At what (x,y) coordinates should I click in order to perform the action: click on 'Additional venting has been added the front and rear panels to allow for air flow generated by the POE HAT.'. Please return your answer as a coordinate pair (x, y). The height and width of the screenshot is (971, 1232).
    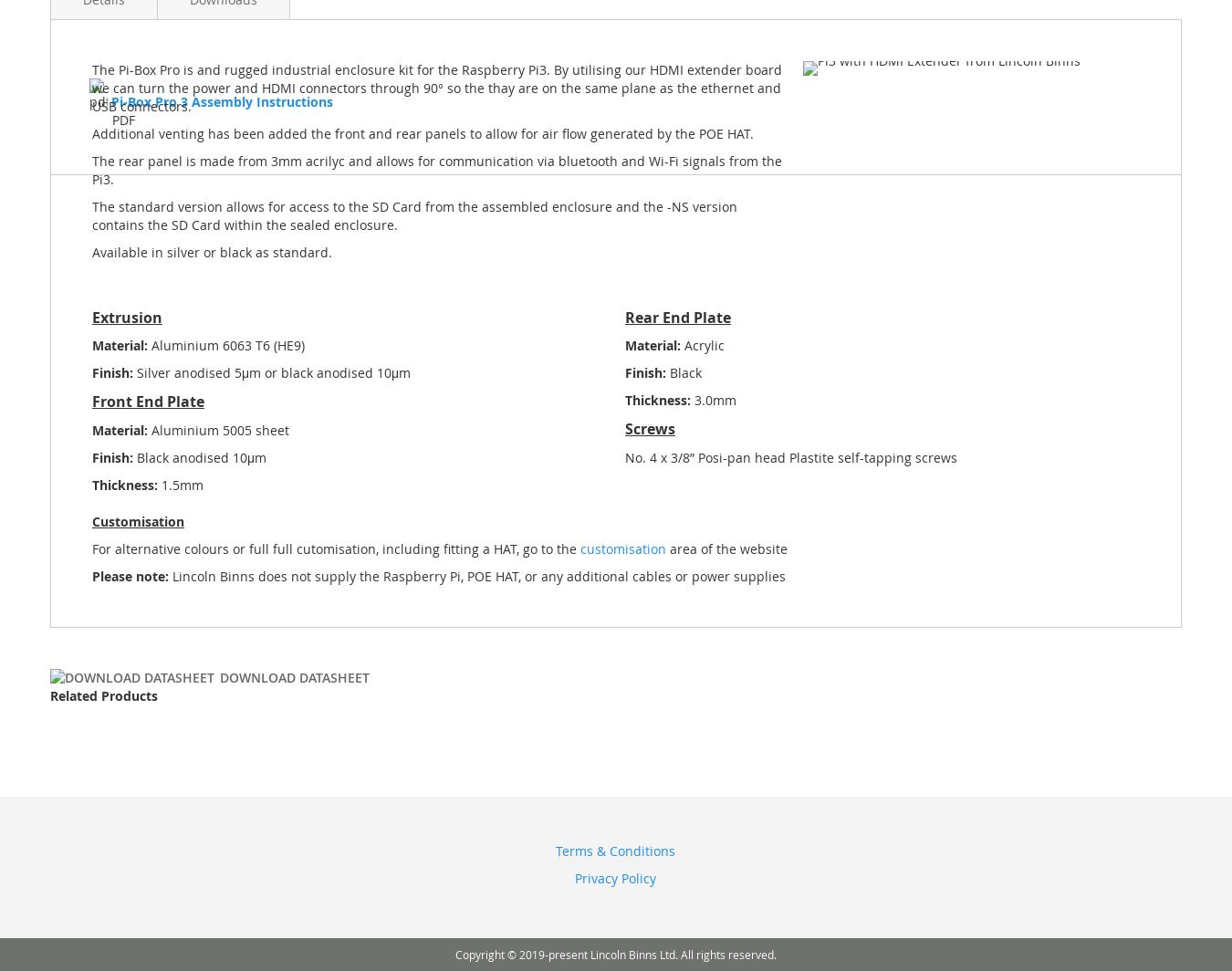
    Looking at the image, I should click on (422, 132).